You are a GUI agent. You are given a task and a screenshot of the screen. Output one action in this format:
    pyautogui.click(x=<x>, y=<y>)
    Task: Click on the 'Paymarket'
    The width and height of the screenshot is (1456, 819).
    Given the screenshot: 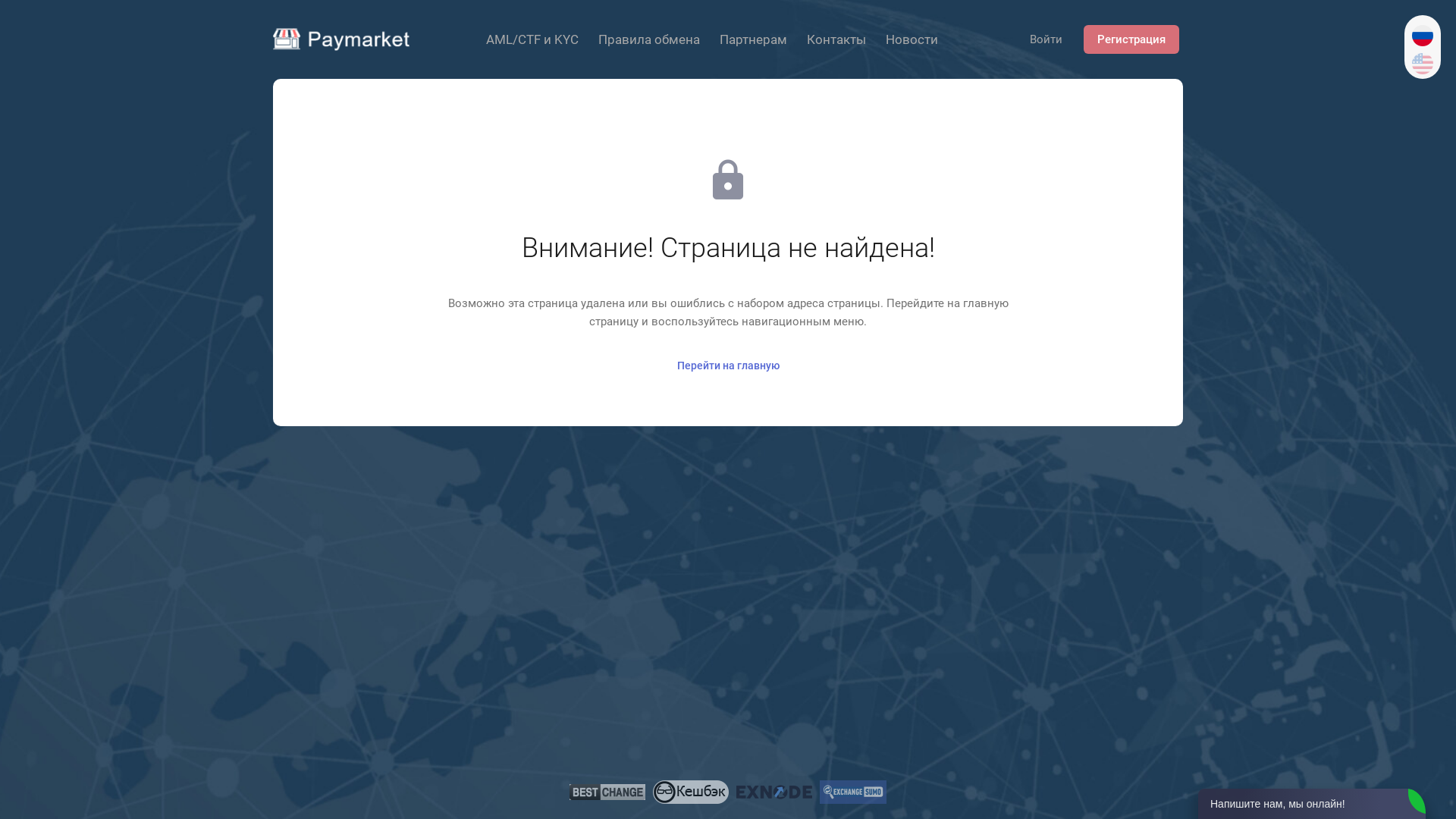 What is the action you would take?
    pyautogui.click(x=273, y=39)
    